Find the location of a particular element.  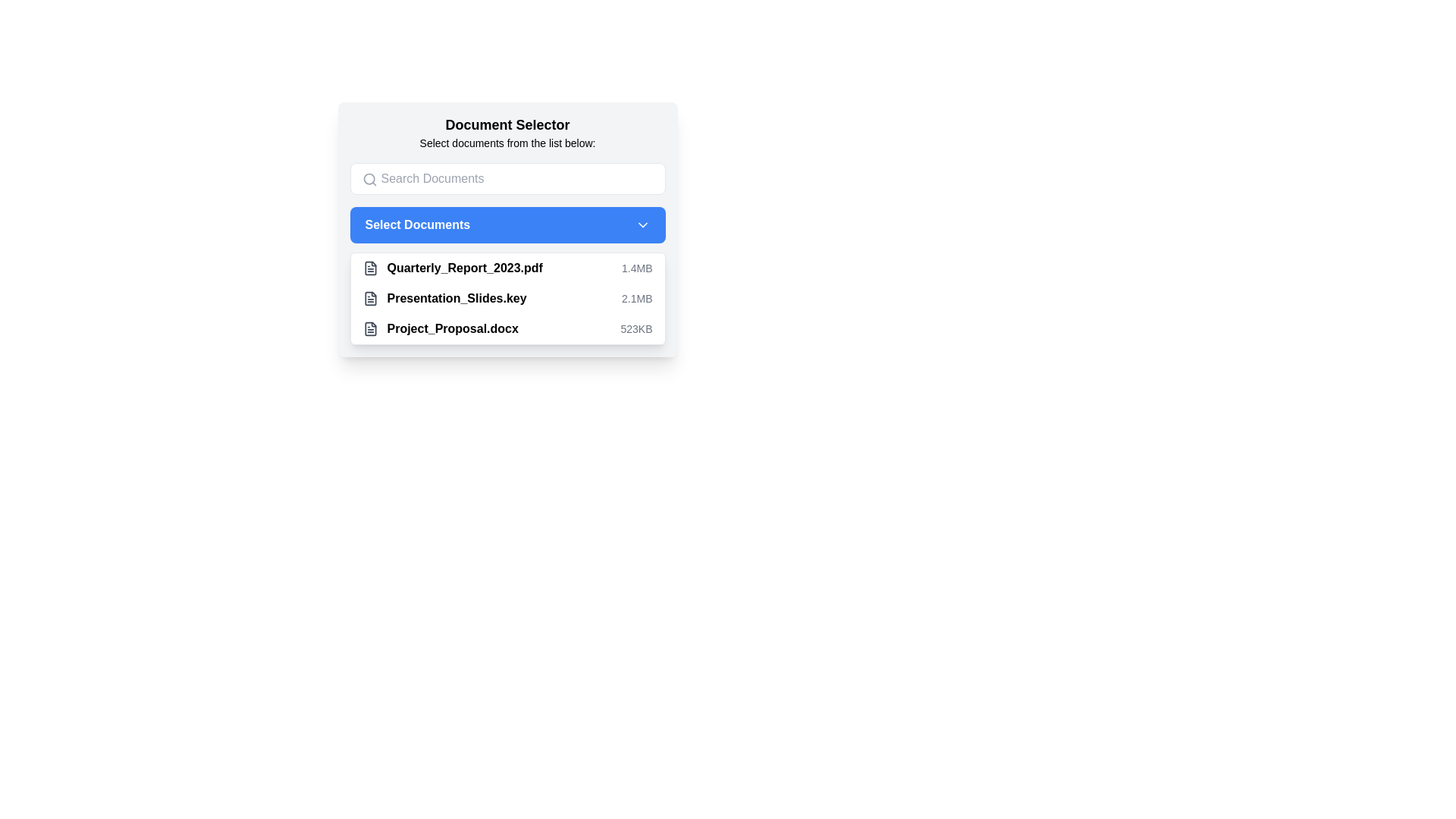

the third selectable document item in the file selector, labeled 'Project_Proposal.docx' is located at coordinates (440, 328).